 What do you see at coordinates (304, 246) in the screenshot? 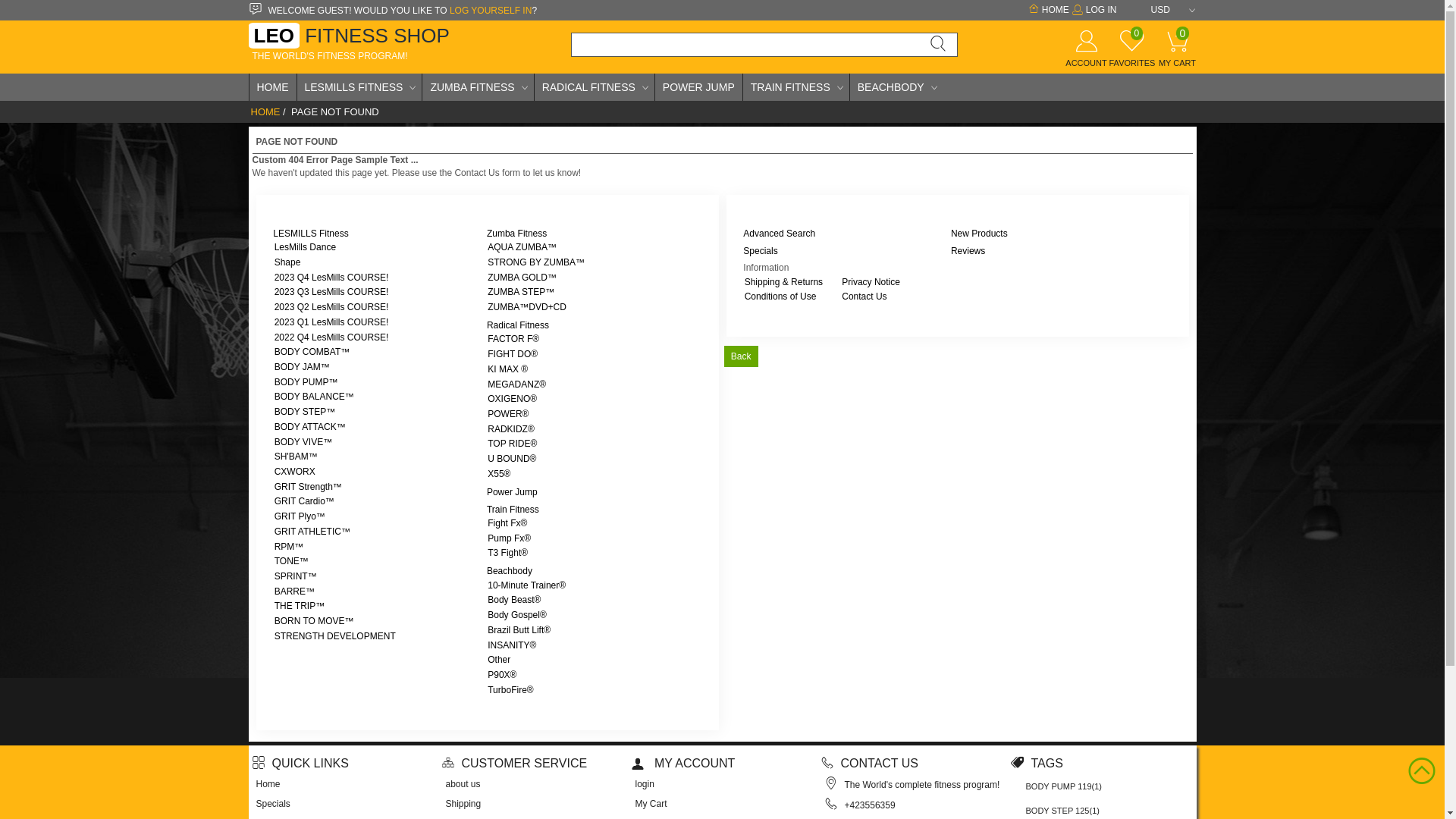
I see `'LesMills Dance'` at bounding box center [304, 246].